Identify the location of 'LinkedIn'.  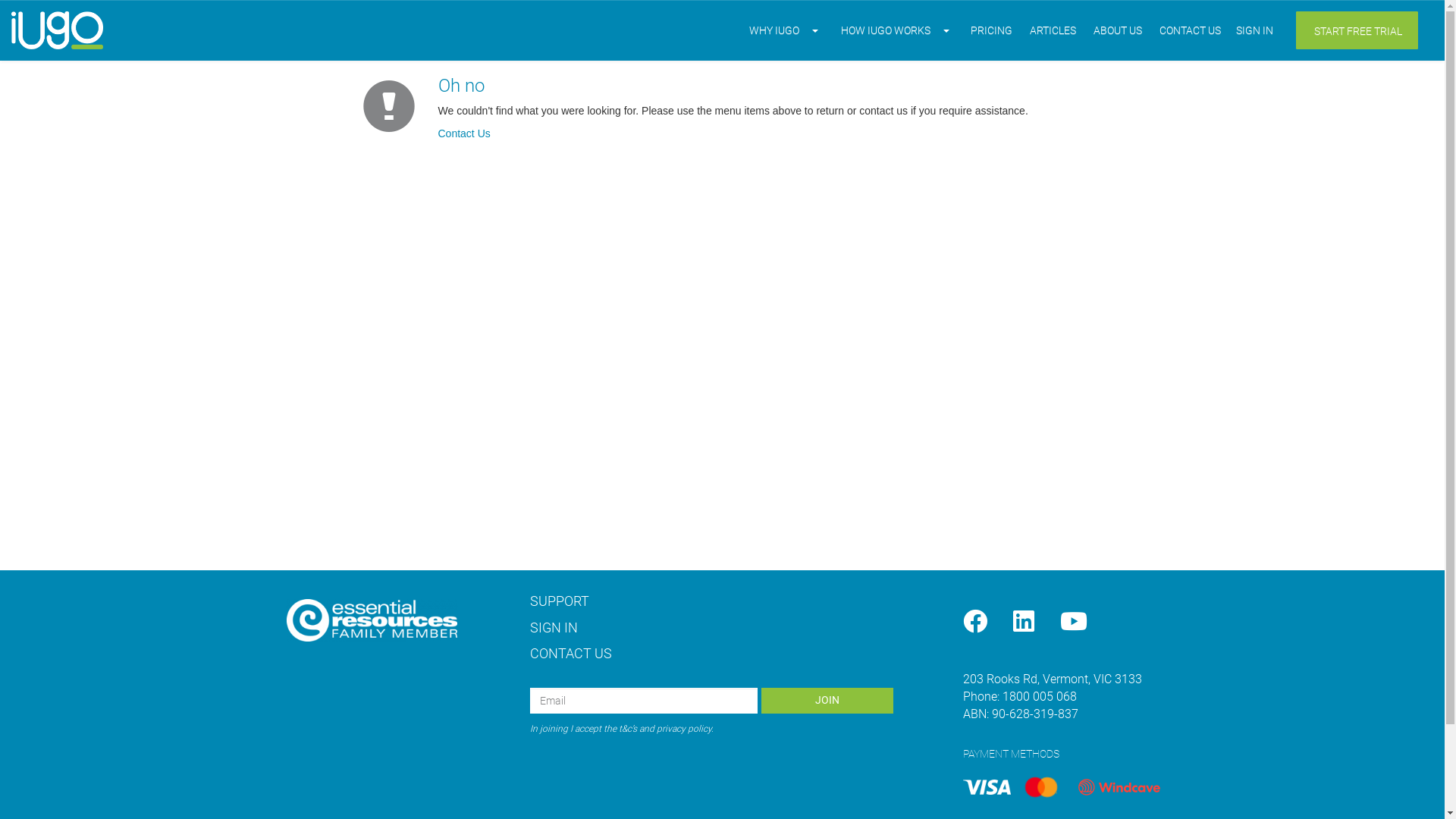
(1023, 622).